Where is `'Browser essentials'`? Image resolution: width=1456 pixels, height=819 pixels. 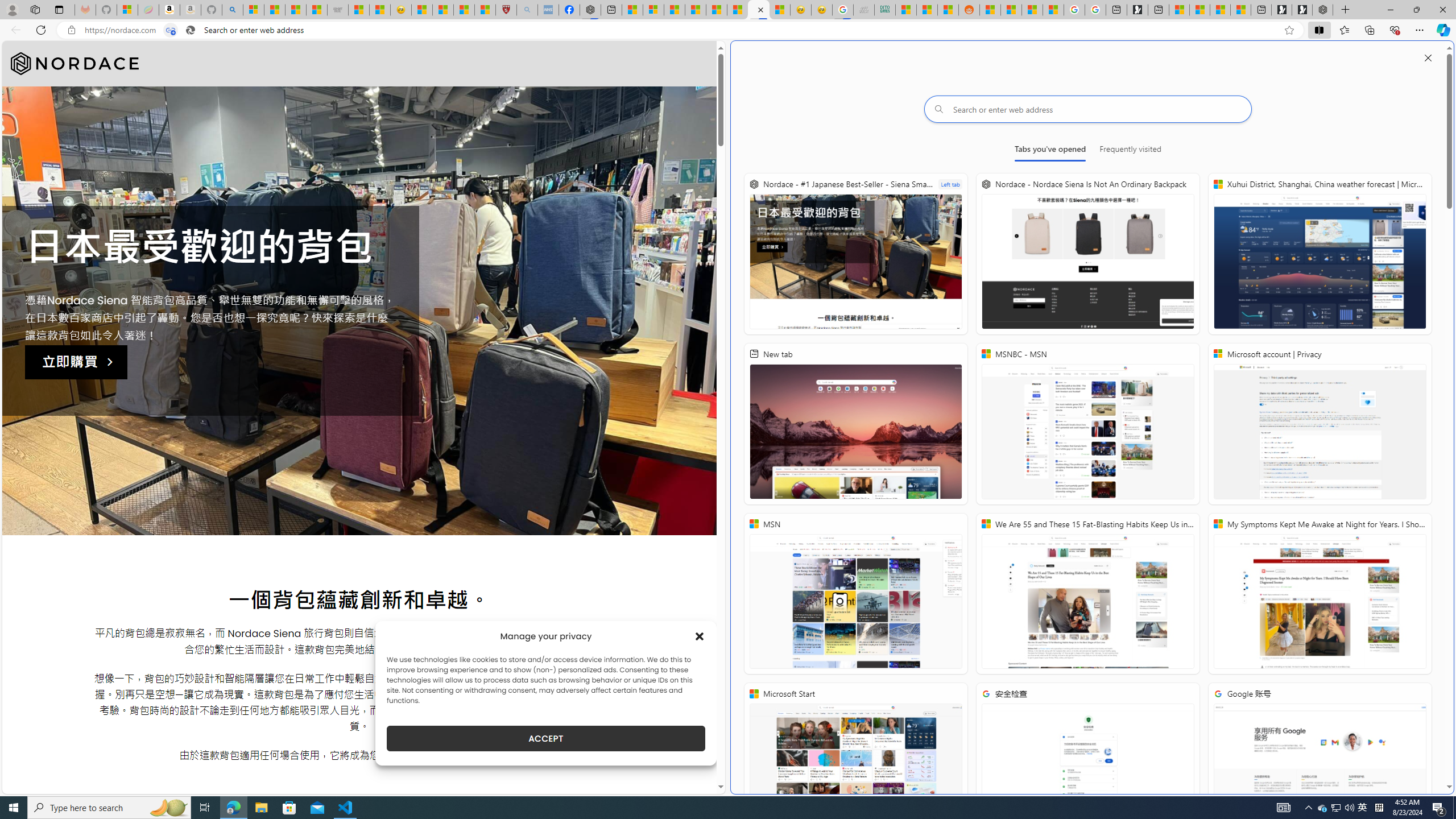 'Browser essentials' is located at coordinates (1394, 29).